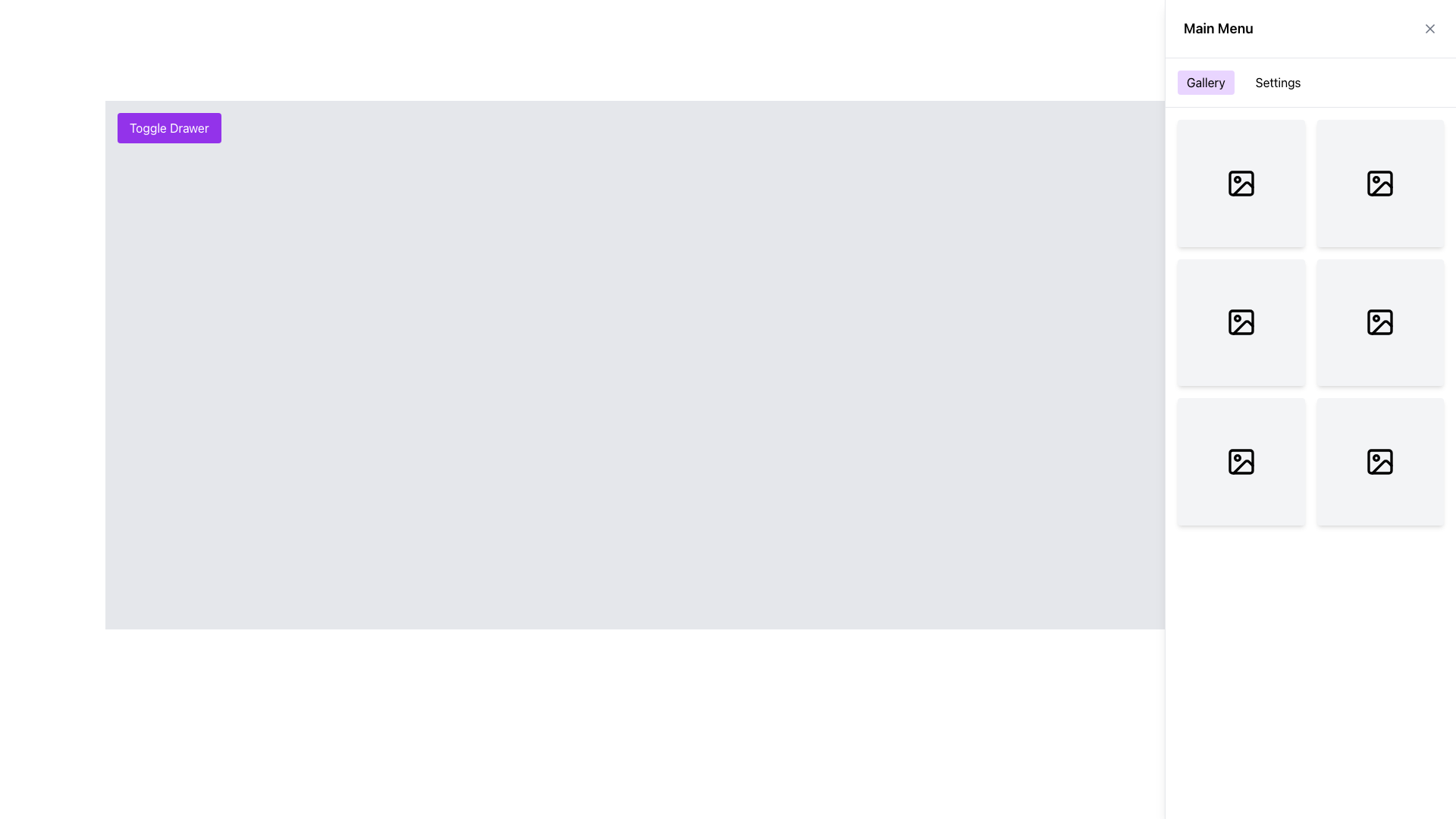  I want to click on the Image Placeholder located in the second row and first column of the grid layout, so click(1241, 322).